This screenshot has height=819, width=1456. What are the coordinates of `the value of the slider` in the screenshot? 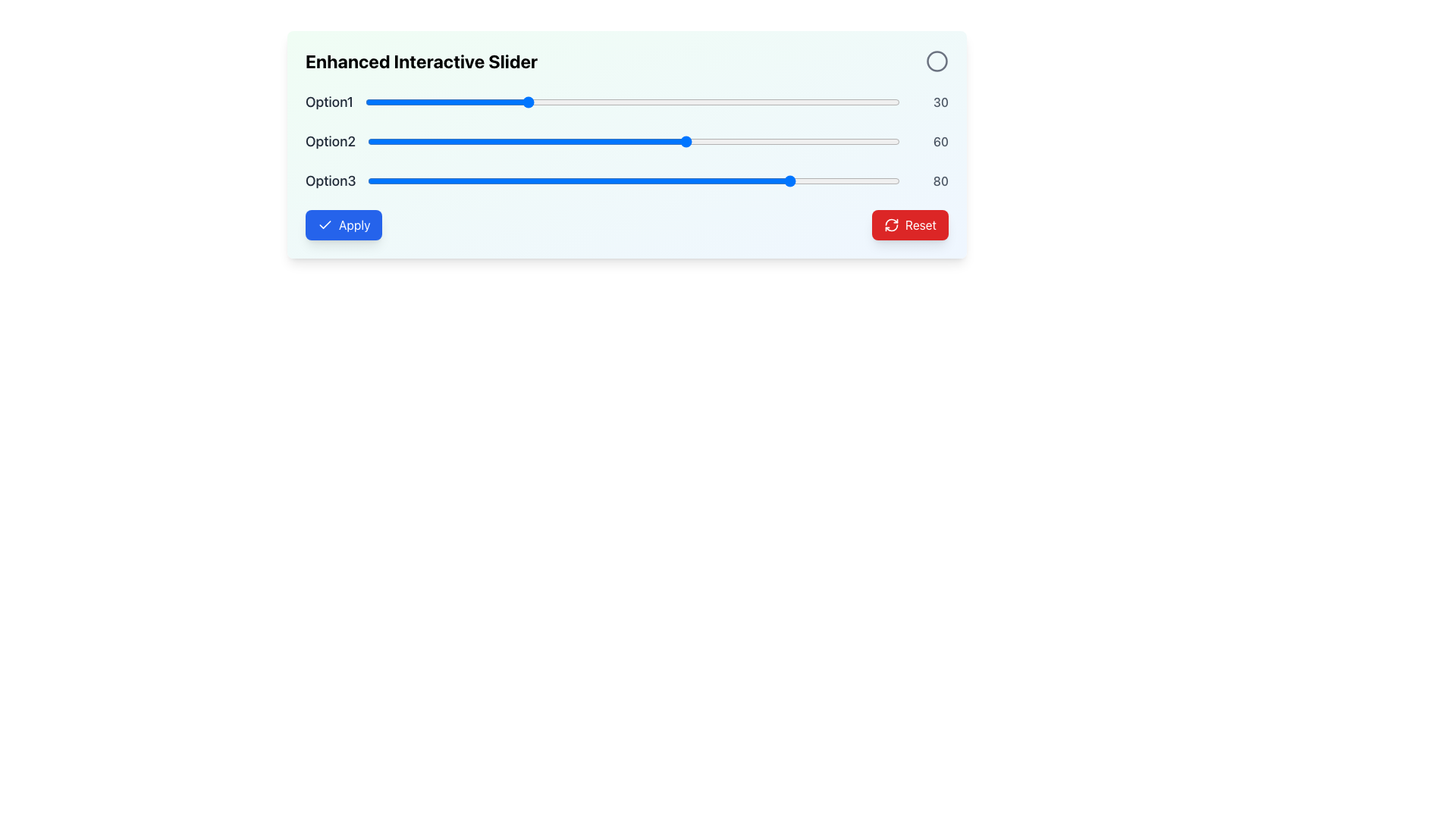 It's located at (551, 102).